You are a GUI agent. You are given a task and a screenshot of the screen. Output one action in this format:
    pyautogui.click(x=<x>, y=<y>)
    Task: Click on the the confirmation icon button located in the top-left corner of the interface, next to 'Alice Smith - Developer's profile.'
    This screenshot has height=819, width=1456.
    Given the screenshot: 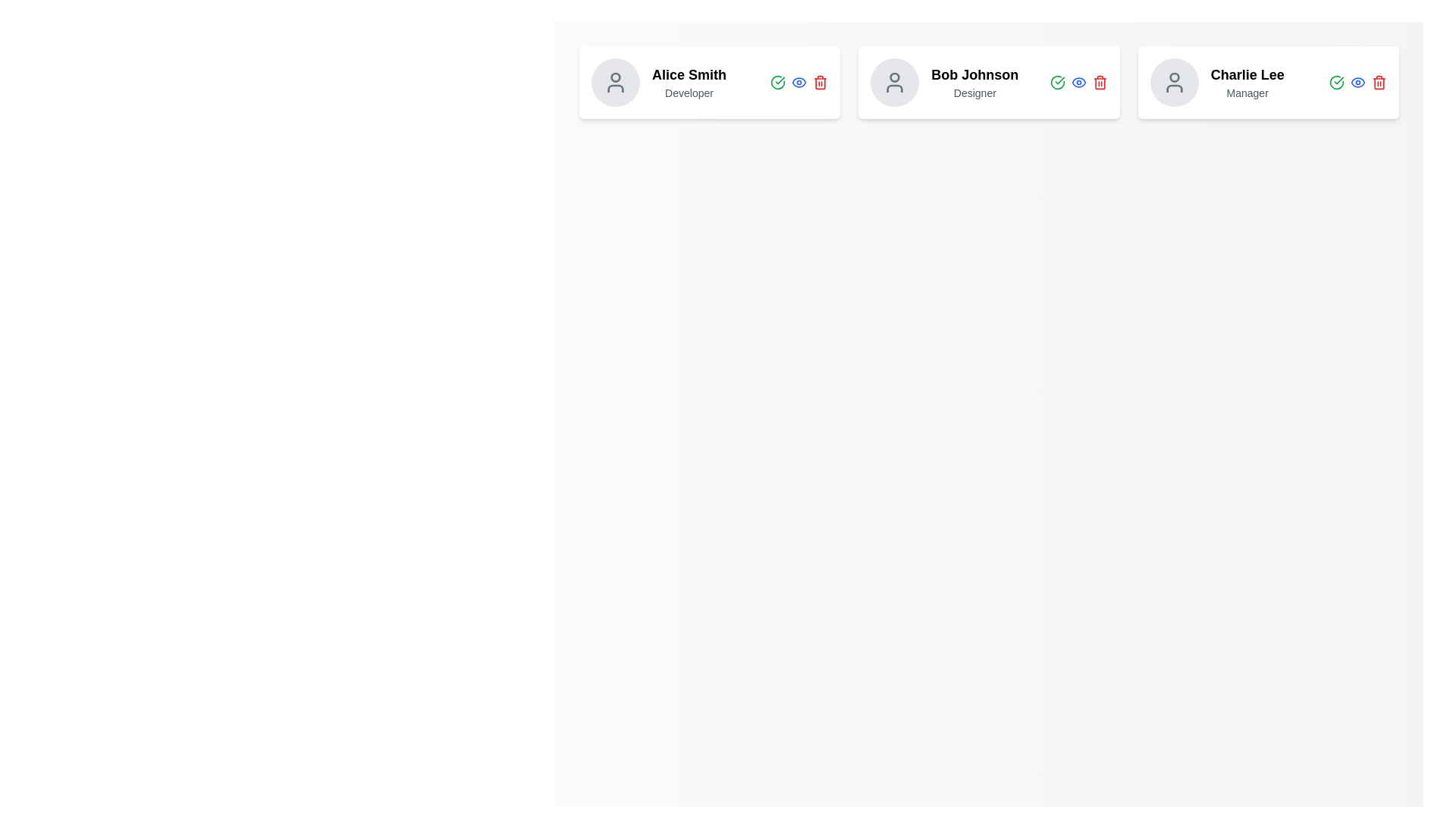 What is the action you would take?
    pyautogui.click(x=778, y=82)
    